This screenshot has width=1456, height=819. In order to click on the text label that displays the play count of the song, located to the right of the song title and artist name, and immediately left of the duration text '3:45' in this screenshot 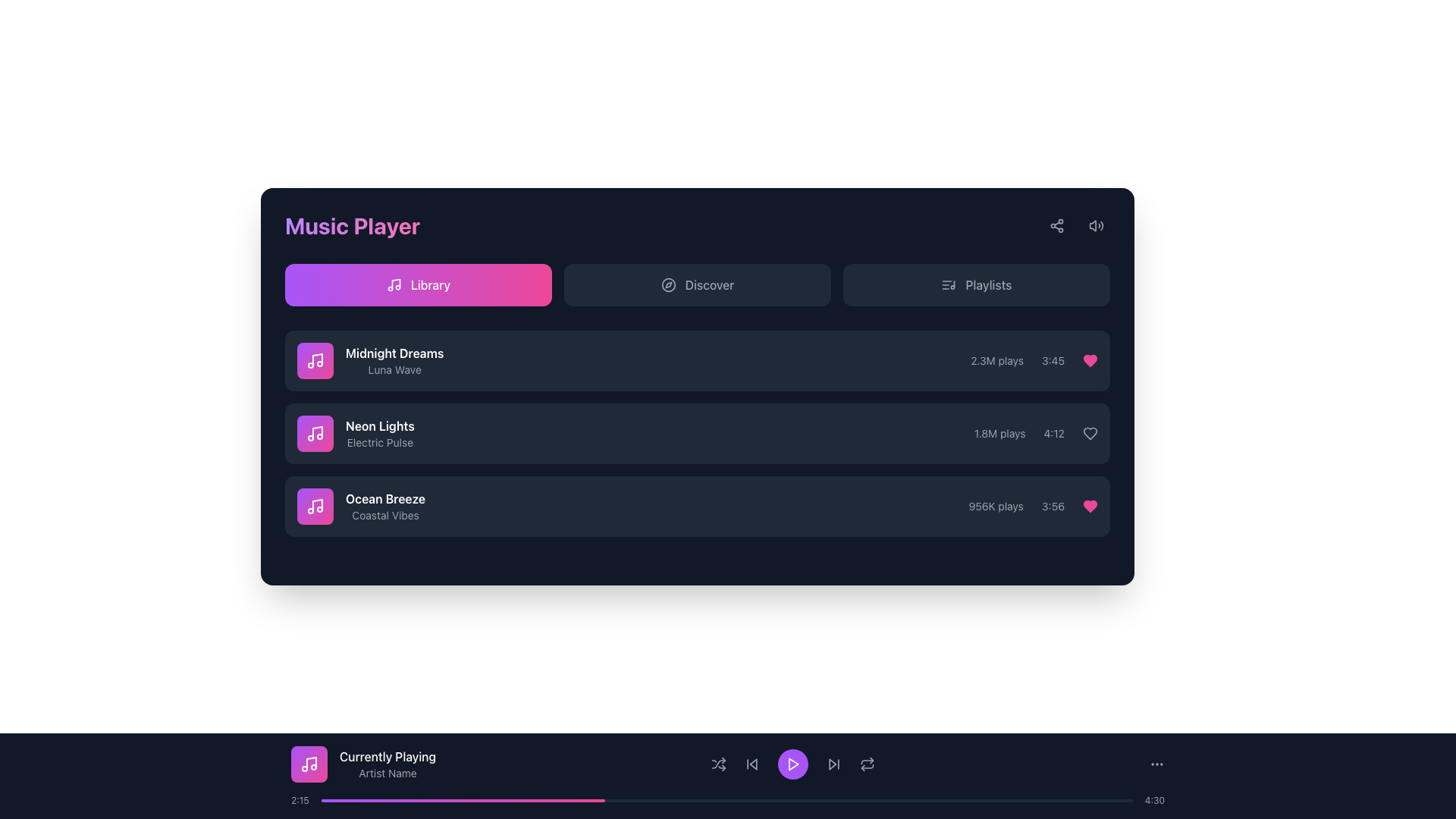, I will do `click(997, 360)`.